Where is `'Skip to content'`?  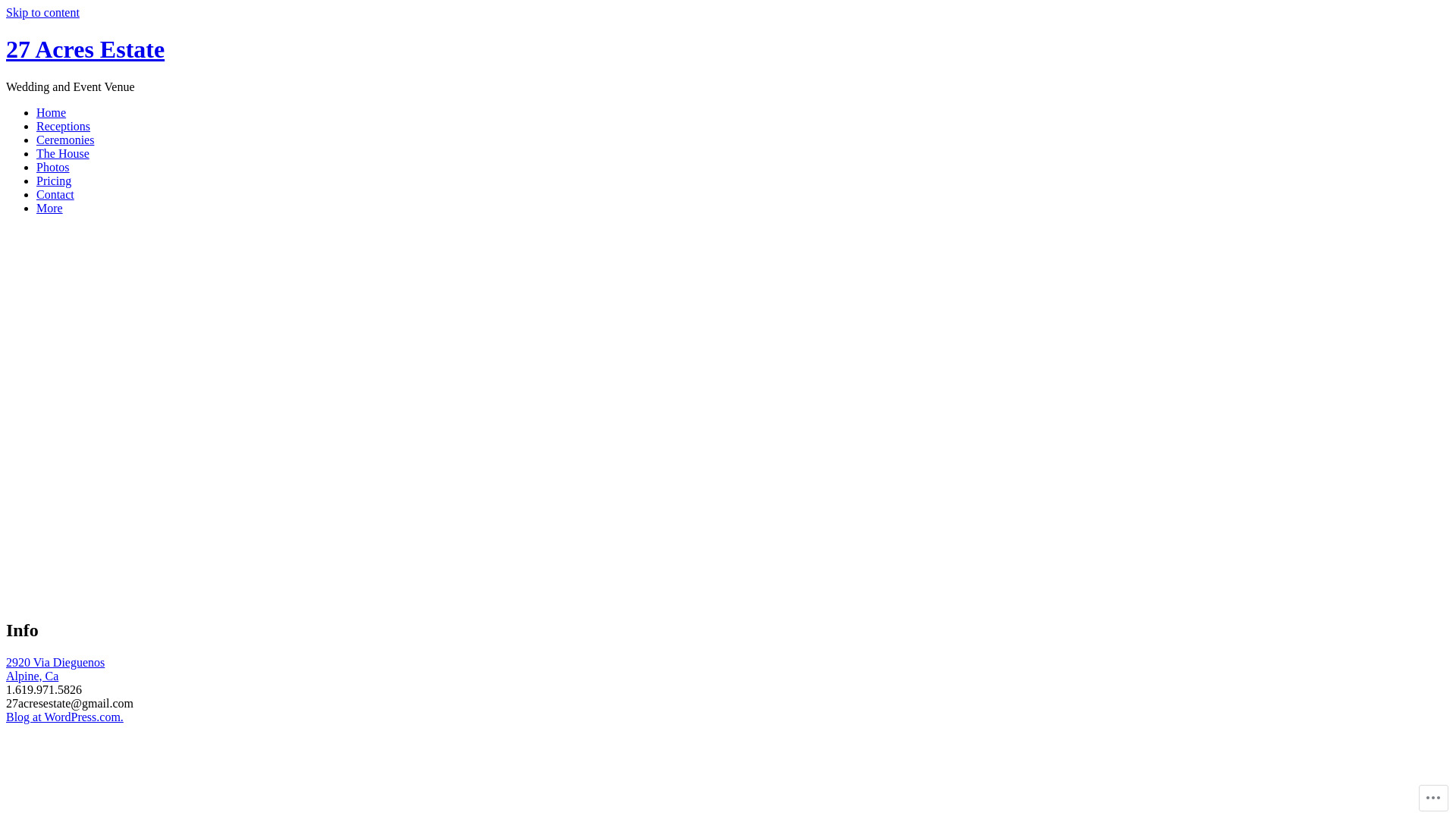
'Skip to content' is located at coordinates (6, 12).